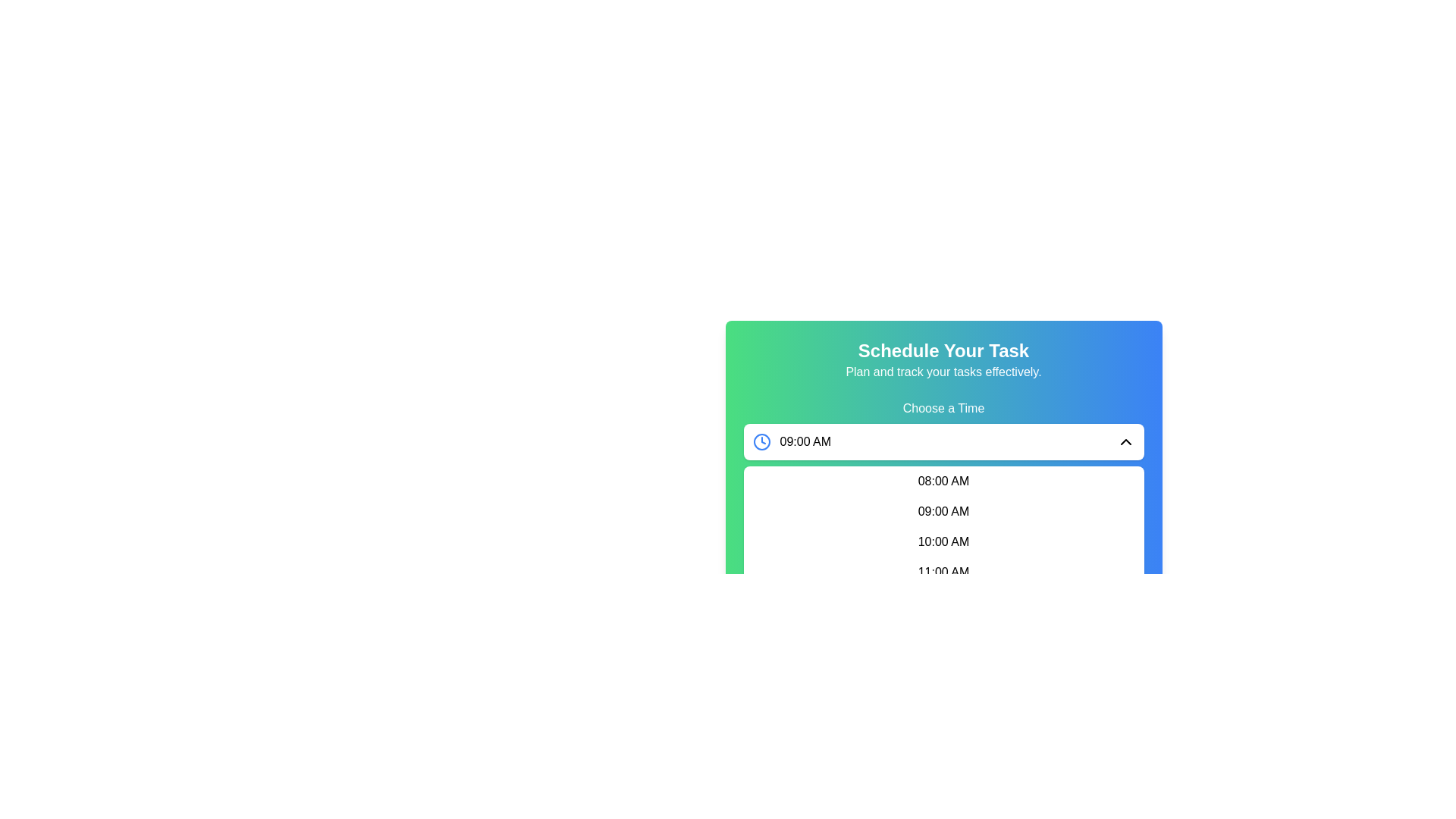  Describe the element at coordinates (805, 441) in the screenshot. I see `the Static Text displaying '09:00 AM' which is styled in bold and aligned to the right, located within the dropdown menu under 'Choose a Time'` at that location.